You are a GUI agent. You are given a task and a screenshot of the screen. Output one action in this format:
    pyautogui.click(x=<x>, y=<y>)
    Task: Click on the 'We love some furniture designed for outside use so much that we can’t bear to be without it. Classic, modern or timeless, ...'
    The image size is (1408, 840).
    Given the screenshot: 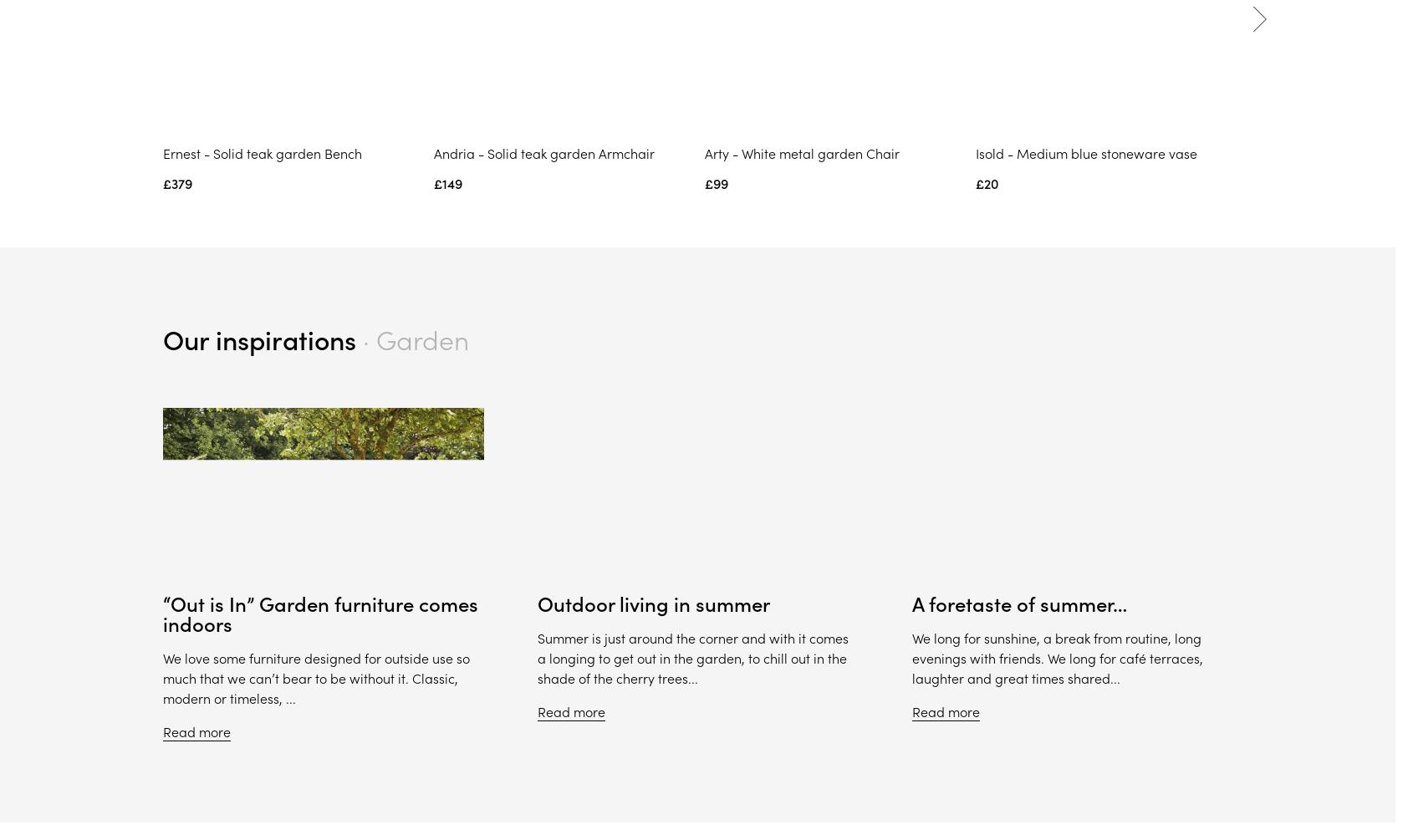 What is the action you would take?
    pyautogui.click(x=315, y=679)
    